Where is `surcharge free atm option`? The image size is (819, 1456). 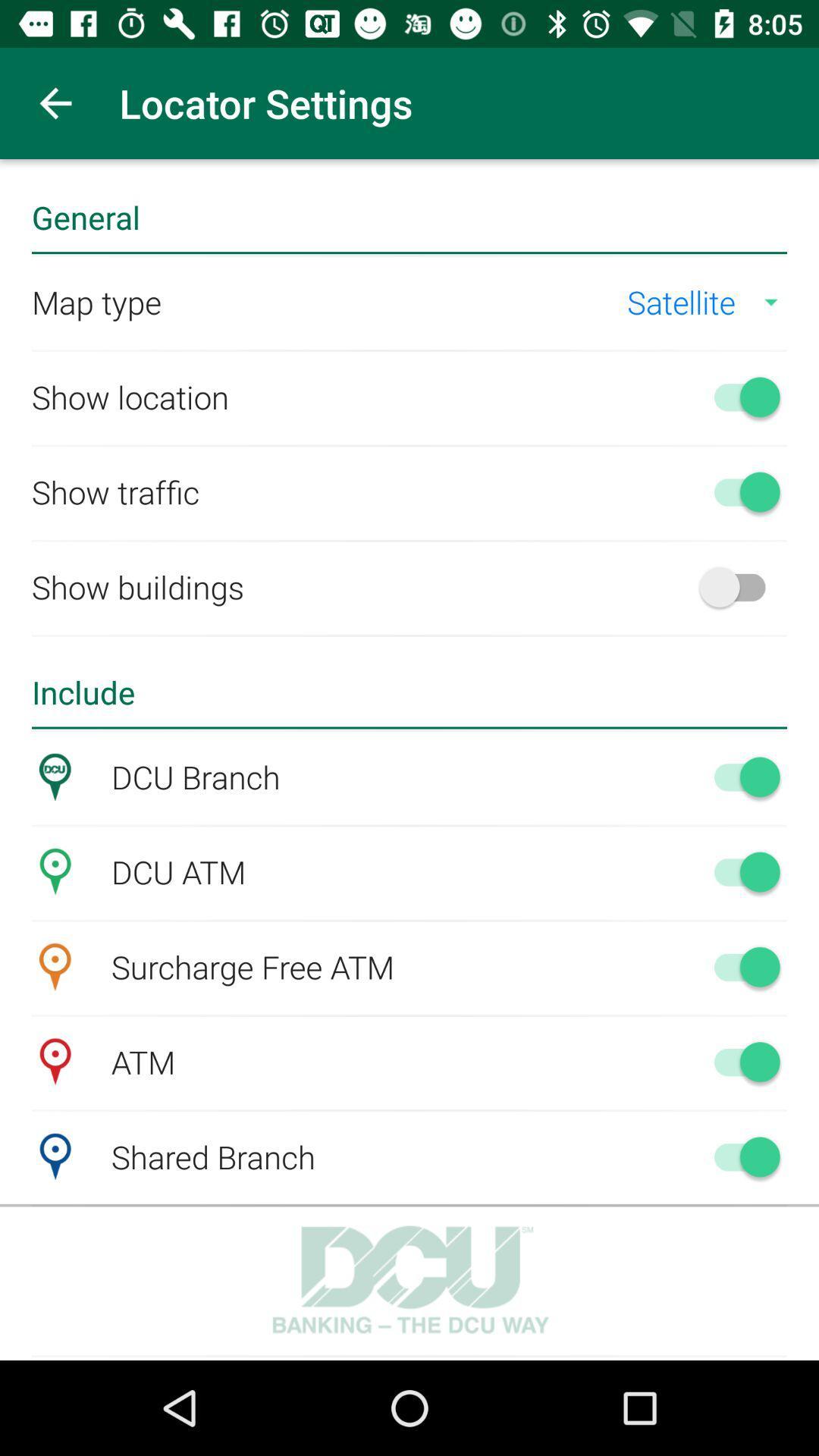 surcharge free atm option is located at coordinates (739, 966).